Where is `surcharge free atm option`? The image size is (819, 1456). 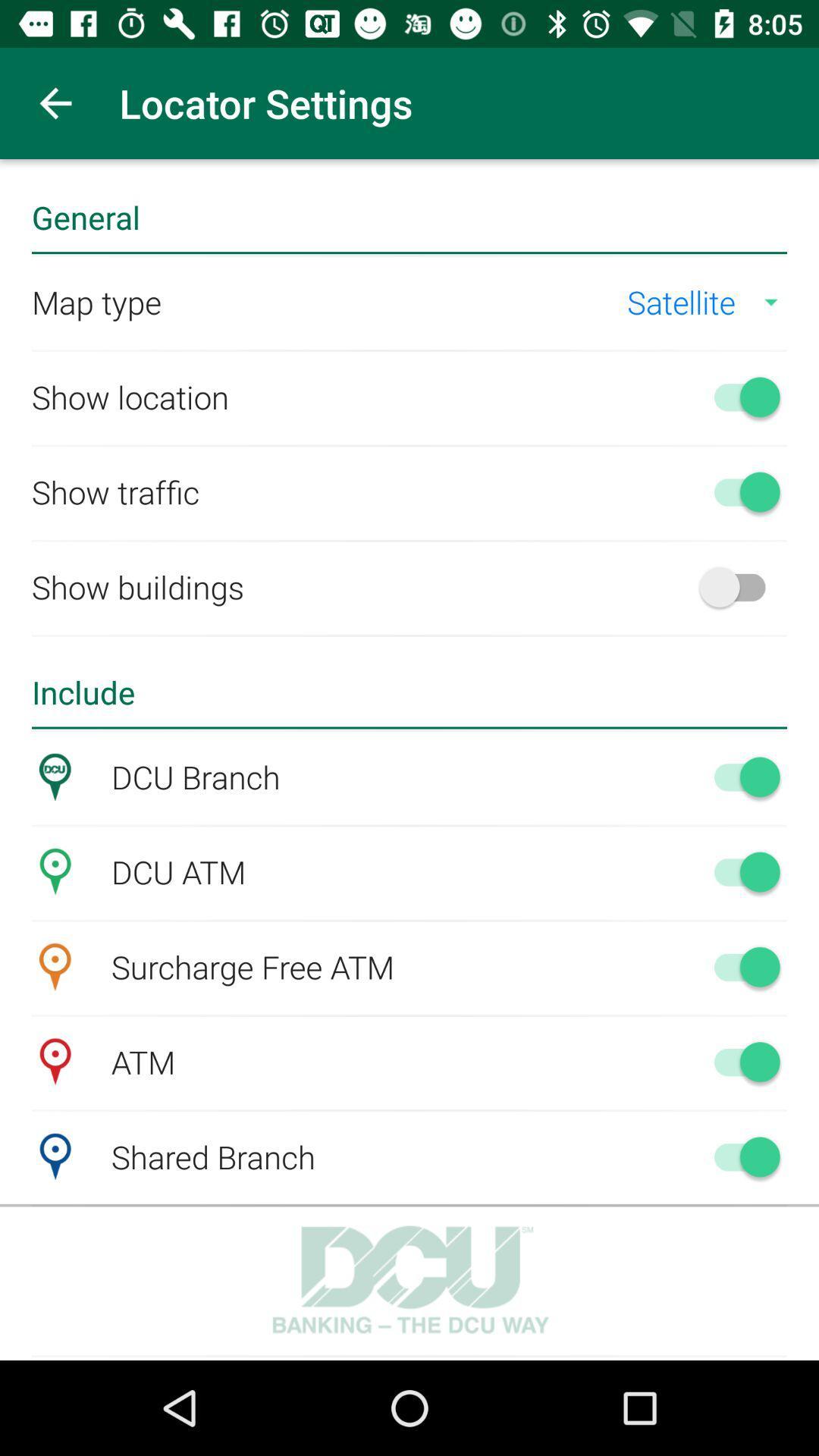 surcharge free atm option is located at coordinates (739, 966).